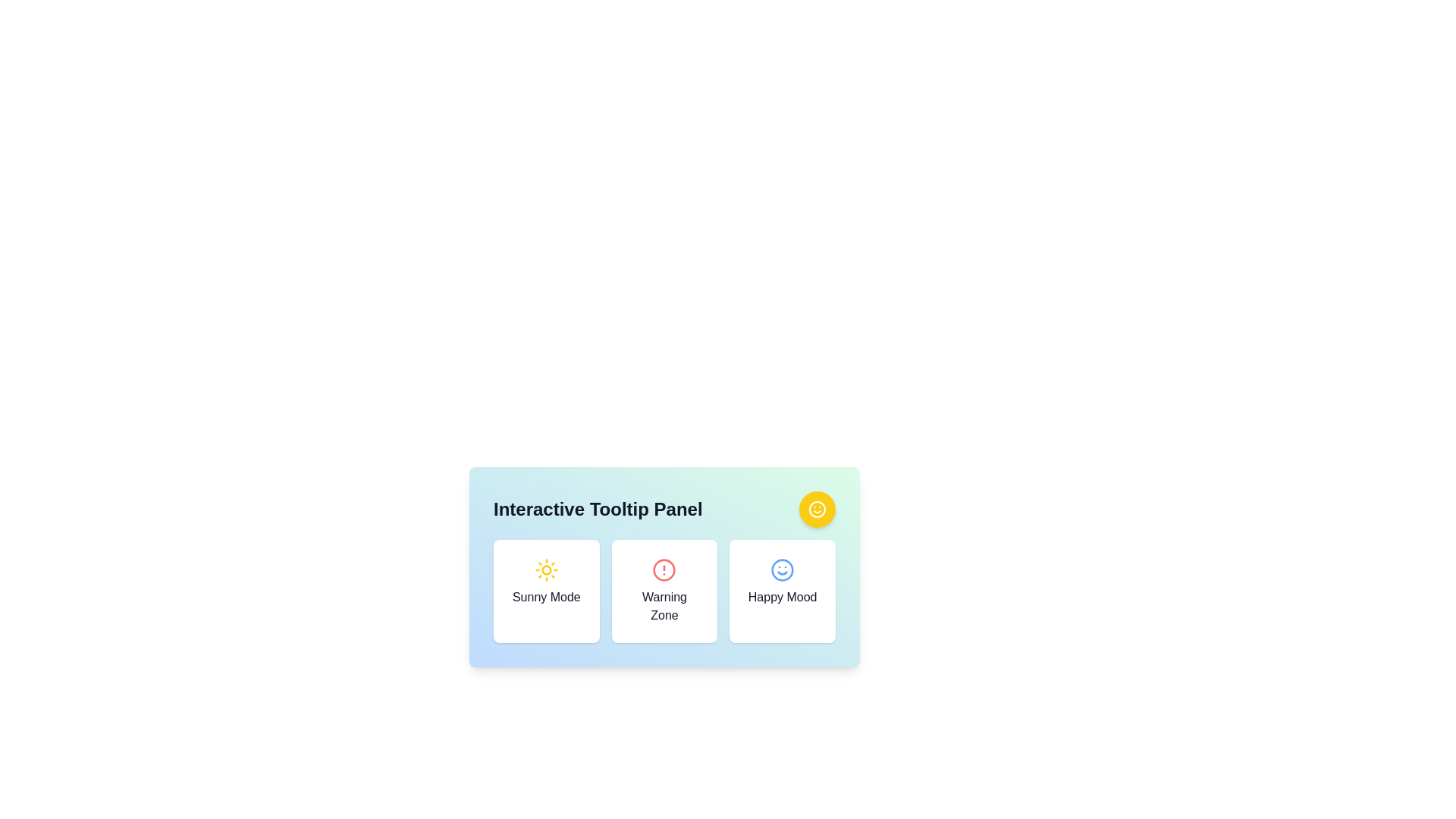  I want to click on text label 'Sunny Mode' located at the base of the leftmost card in a three-card horizontal layout, positioned directly under the yellow sun icon, so click(546, 596).